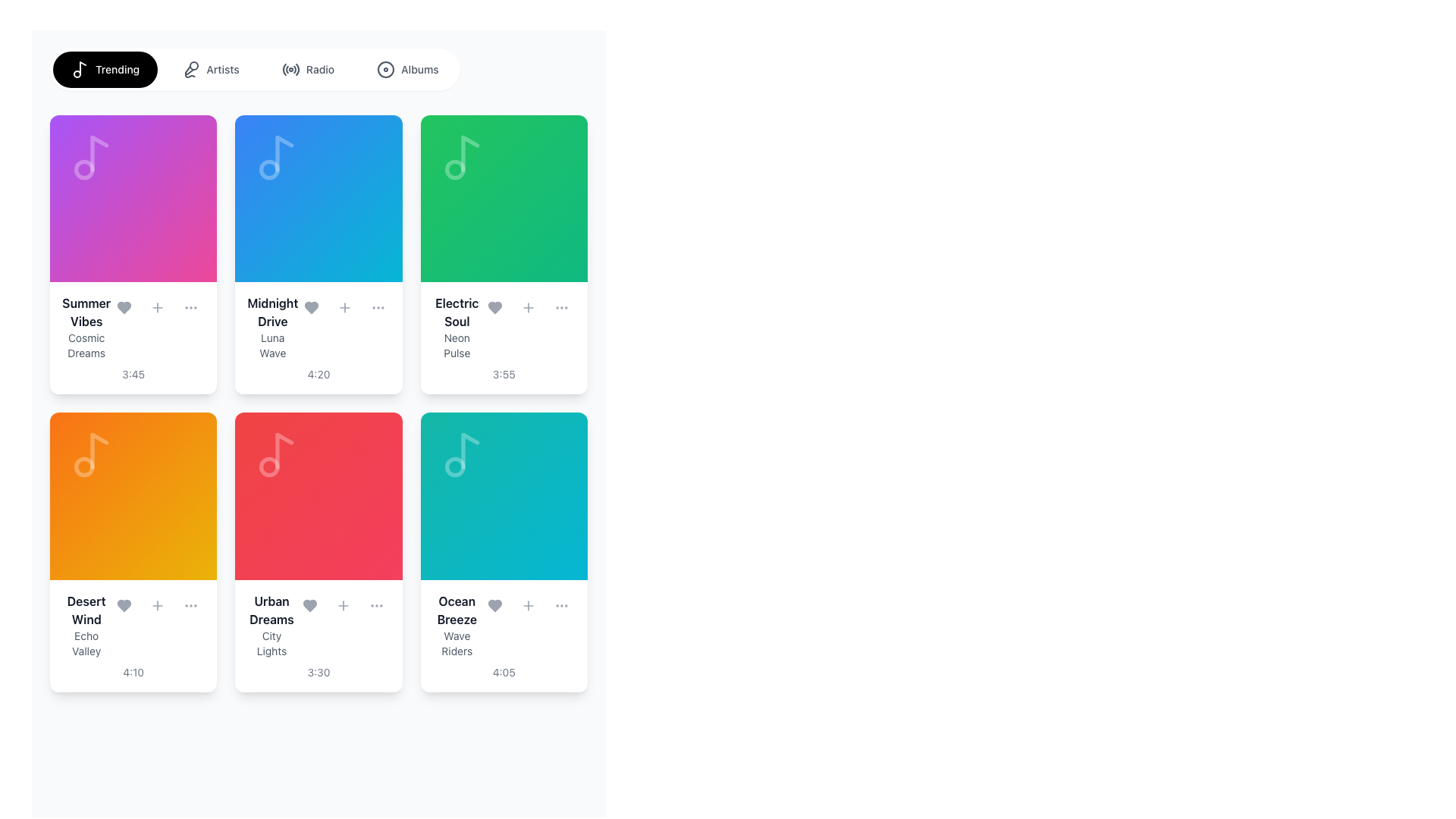 The image size is (1456, 819). What do you see at coordinates (190, 307) in the screenshot?
I see `the ellipsis menu icon button located in the top right section of the first card in the second row of the grid layout` at bounding box center [190, 307].